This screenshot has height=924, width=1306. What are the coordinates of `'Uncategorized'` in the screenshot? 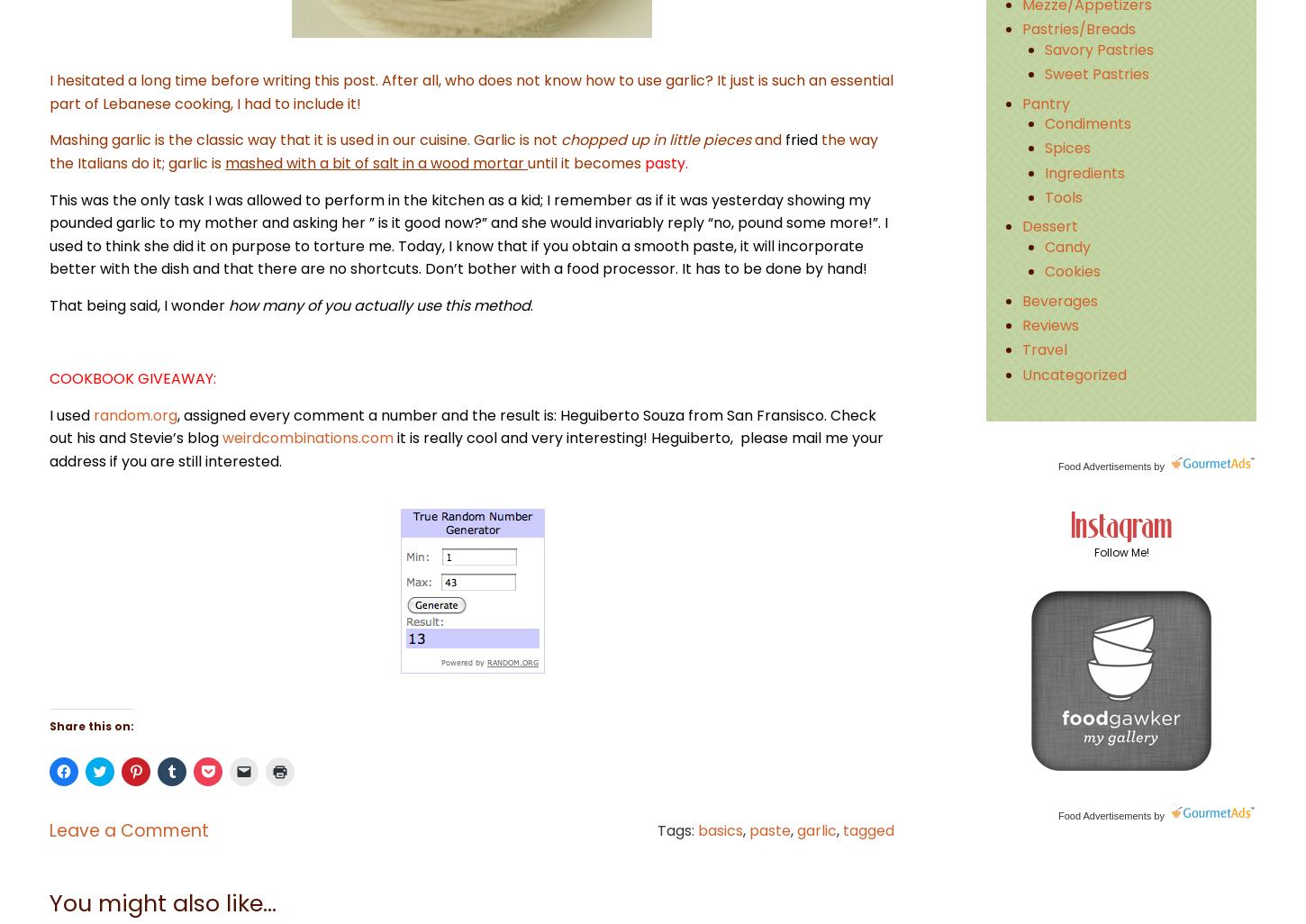 It's located at (1074, 374).